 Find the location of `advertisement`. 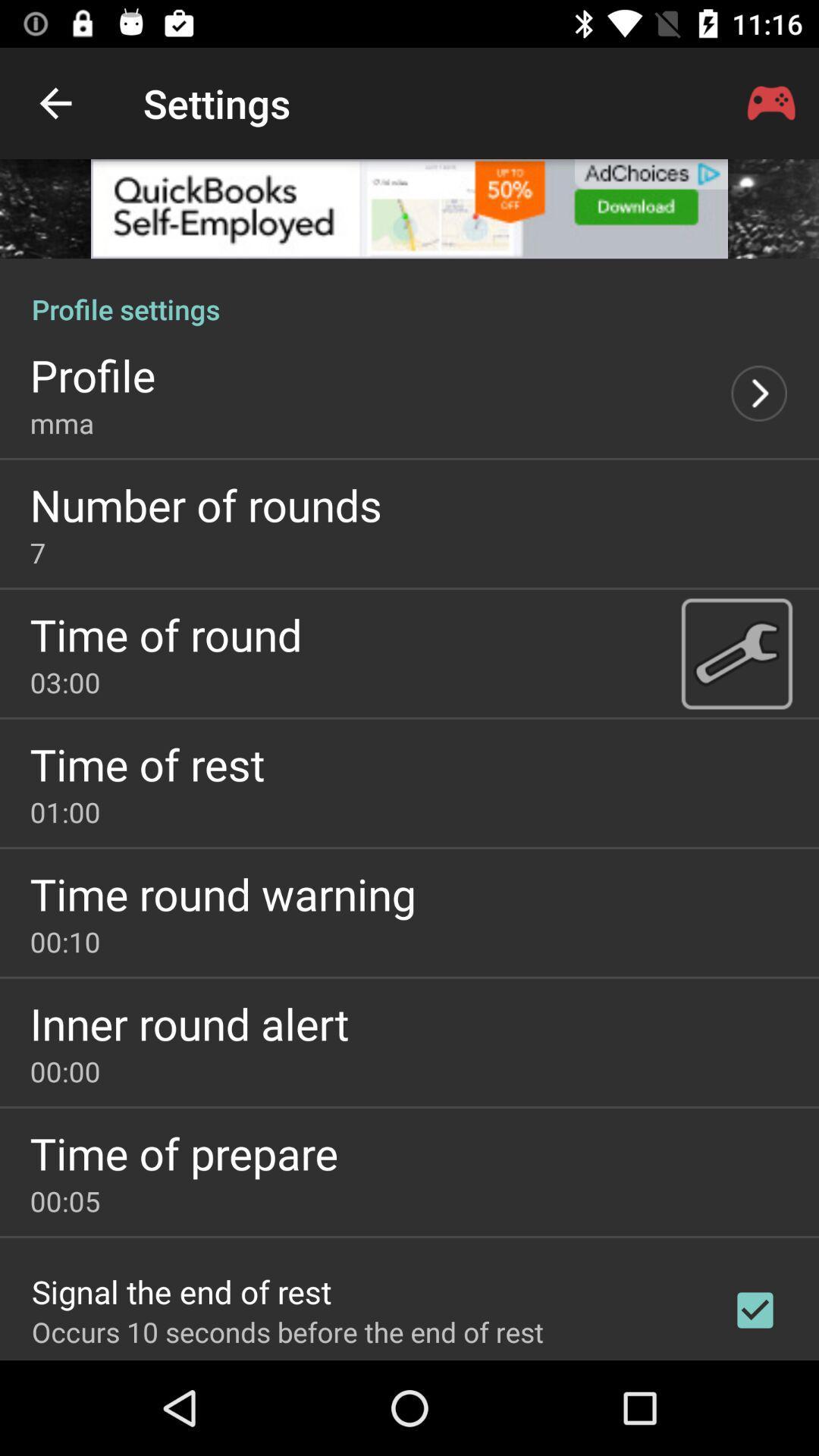

advertisement is located at coordinates (409, 208).